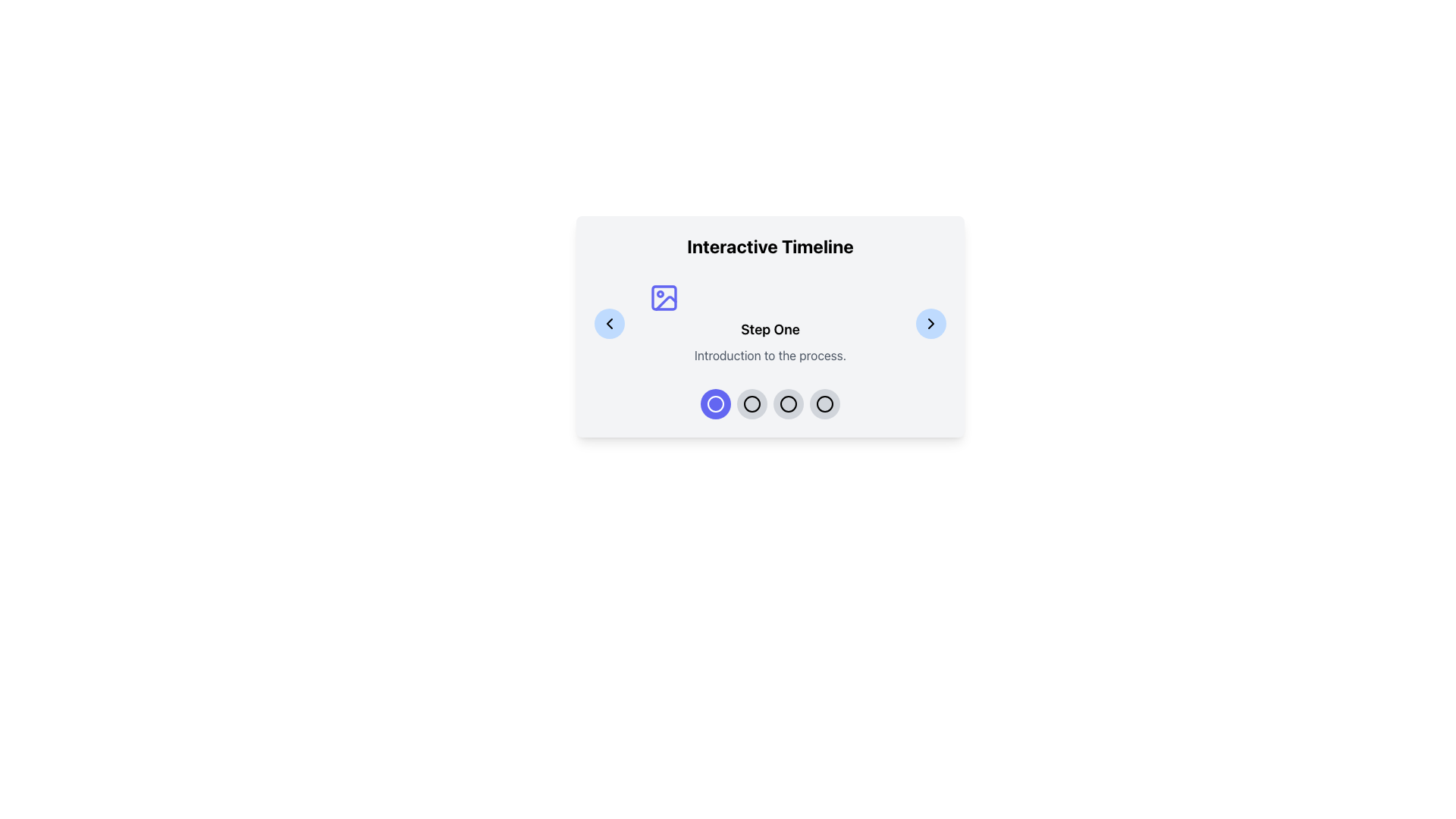  What do you see at coordinates (715, 403) in the screenshot?
I see `the prominent indigo circular Navigation indicator icon at the first position among a series of four icons` at bounding box center [715, 403].